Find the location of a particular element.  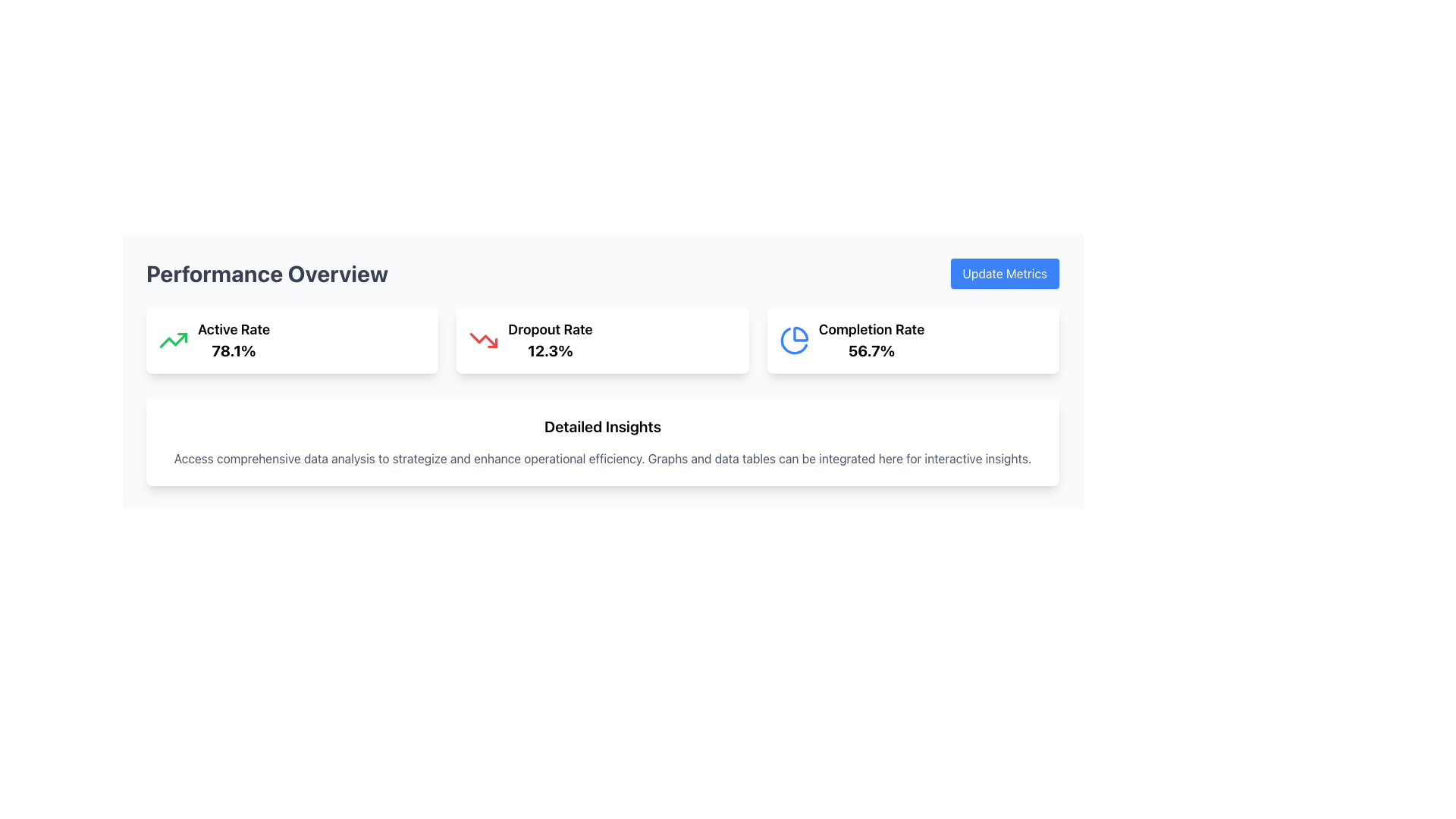

the textual paragraph styled in light gray font color that provides details about data analysis, located below the title 'Detailed Insights' is located at coordinates (602, 458).